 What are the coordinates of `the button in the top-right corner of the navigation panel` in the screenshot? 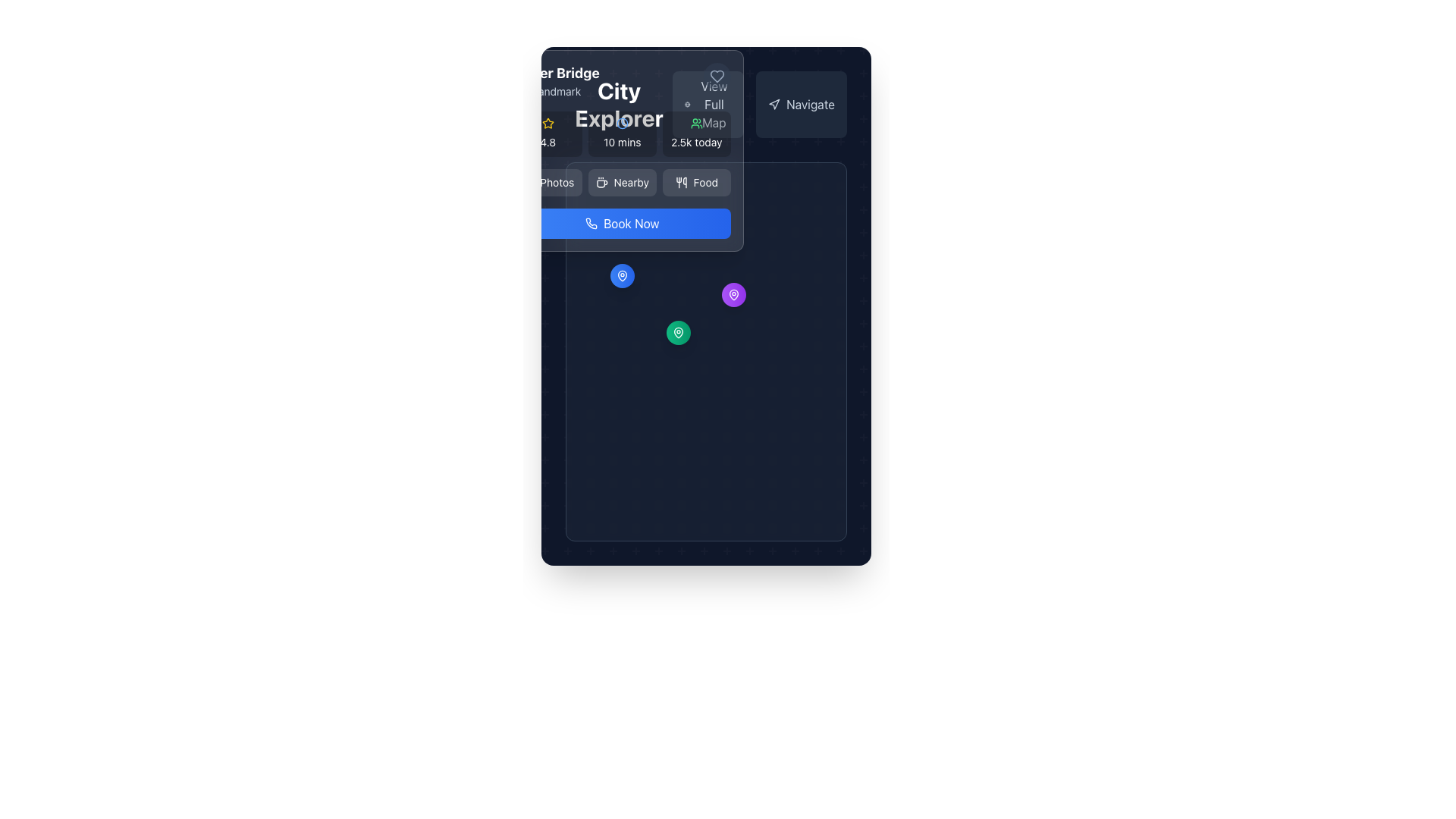 It's located at (713, 104).